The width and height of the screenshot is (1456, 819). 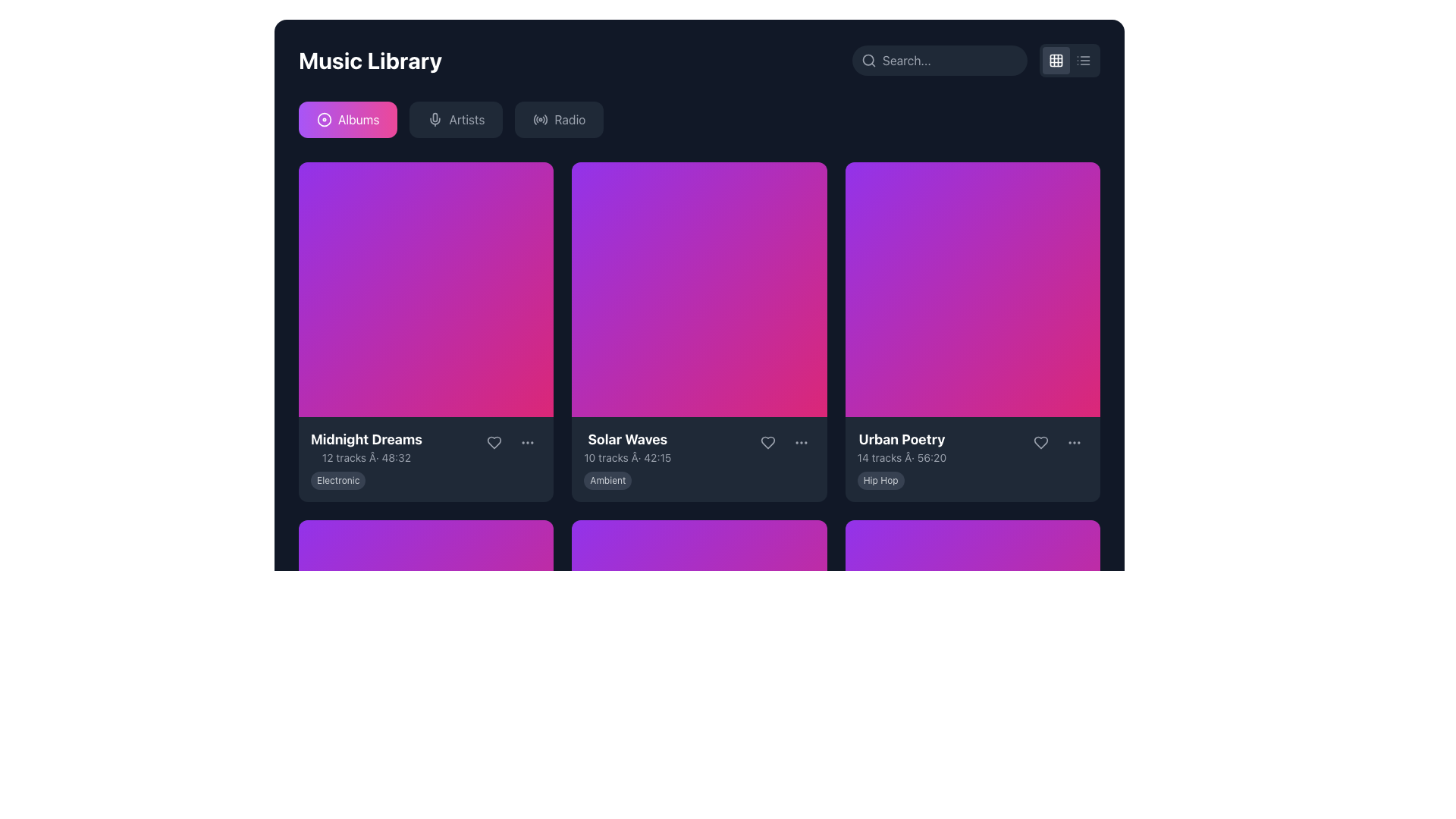 I want to click on the button in the top-right corner of the music library interface, so click(x=1055, y=60).